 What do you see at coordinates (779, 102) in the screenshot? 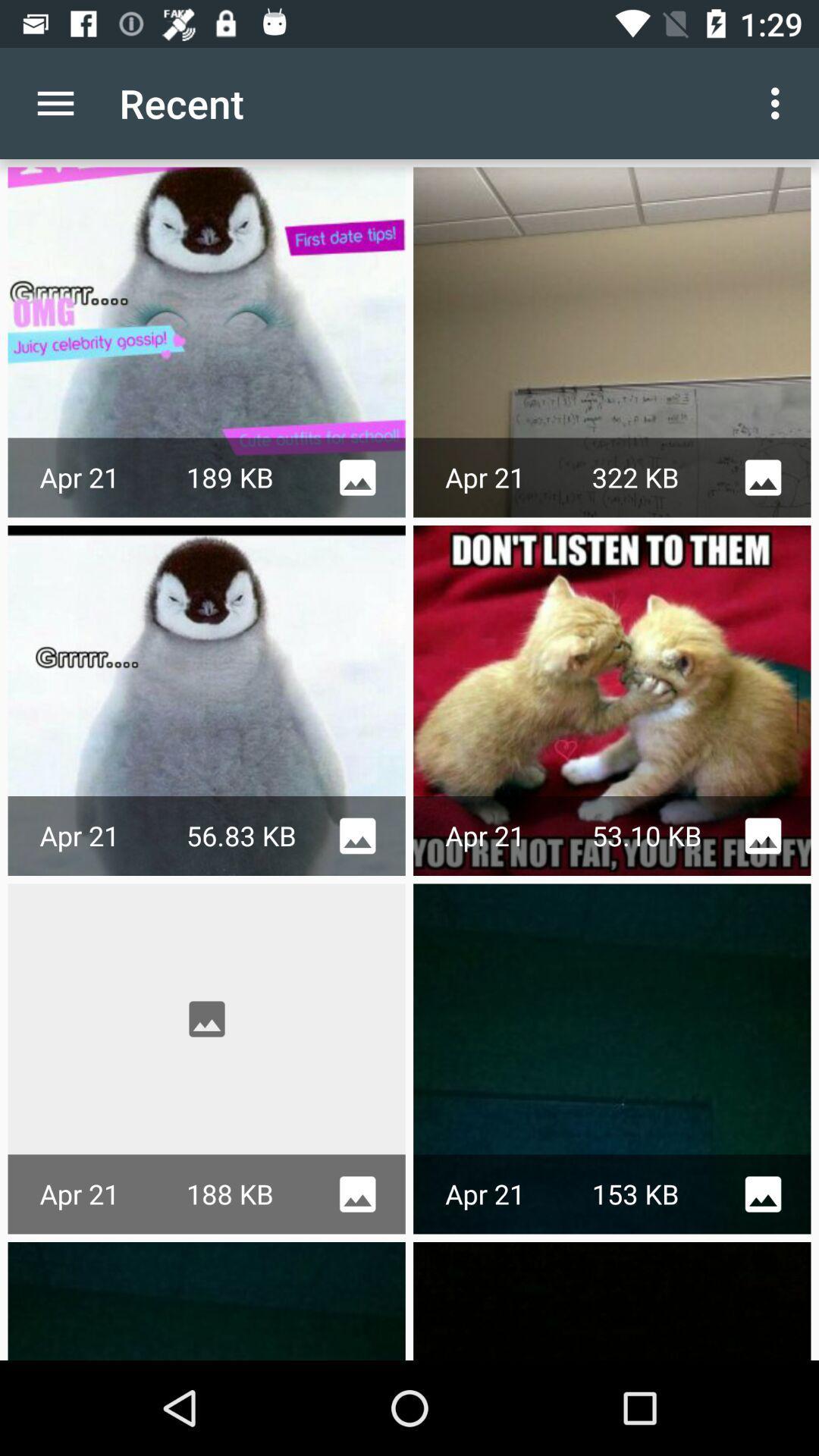
I see `app next to the recent icon` at bounding box center [779, 102].